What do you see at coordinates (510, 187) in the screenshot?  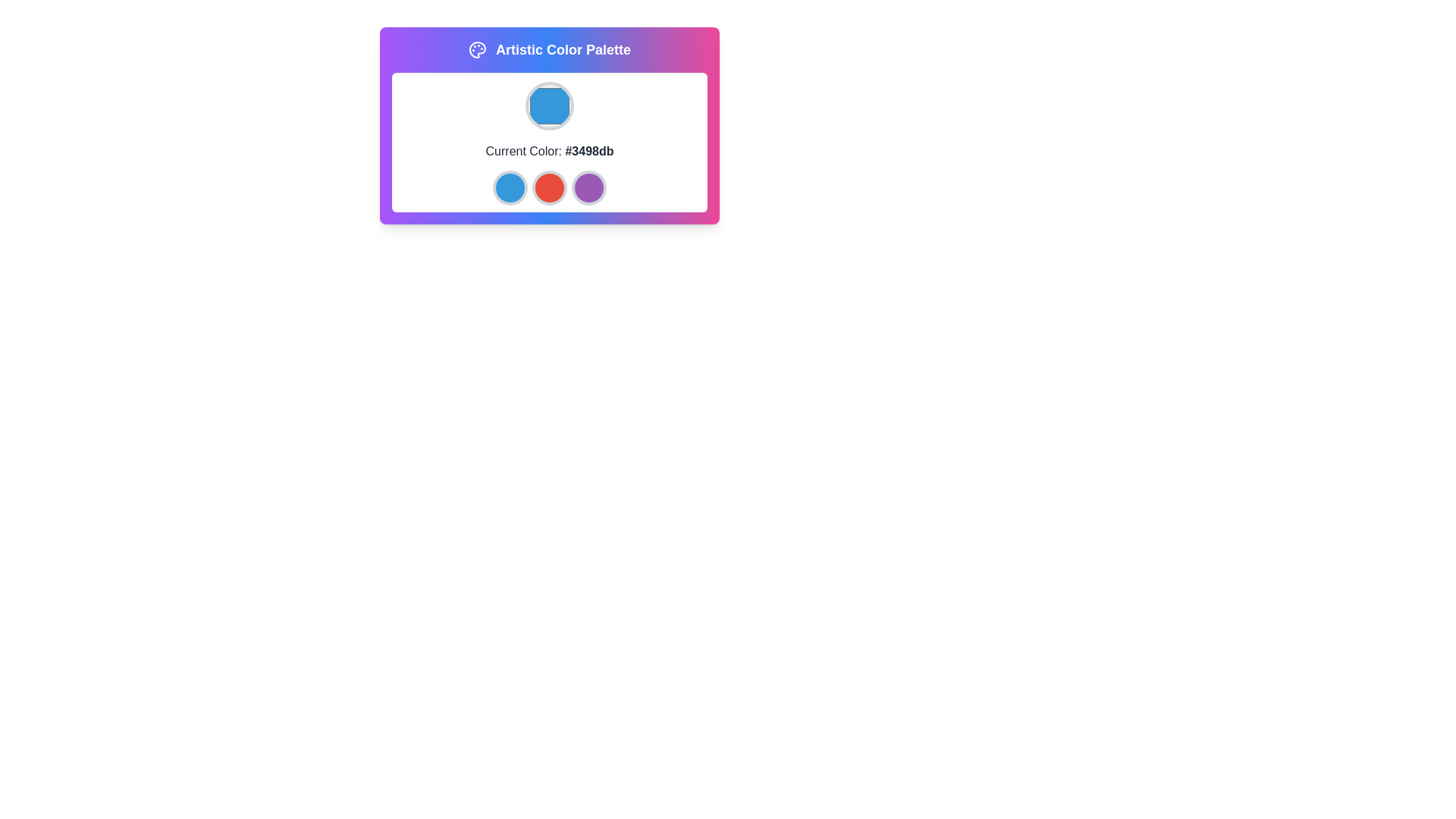 I see `the leftmost circular button representing the blue color option located at the bottom of the card-like component` at bounding box center [510, 187].